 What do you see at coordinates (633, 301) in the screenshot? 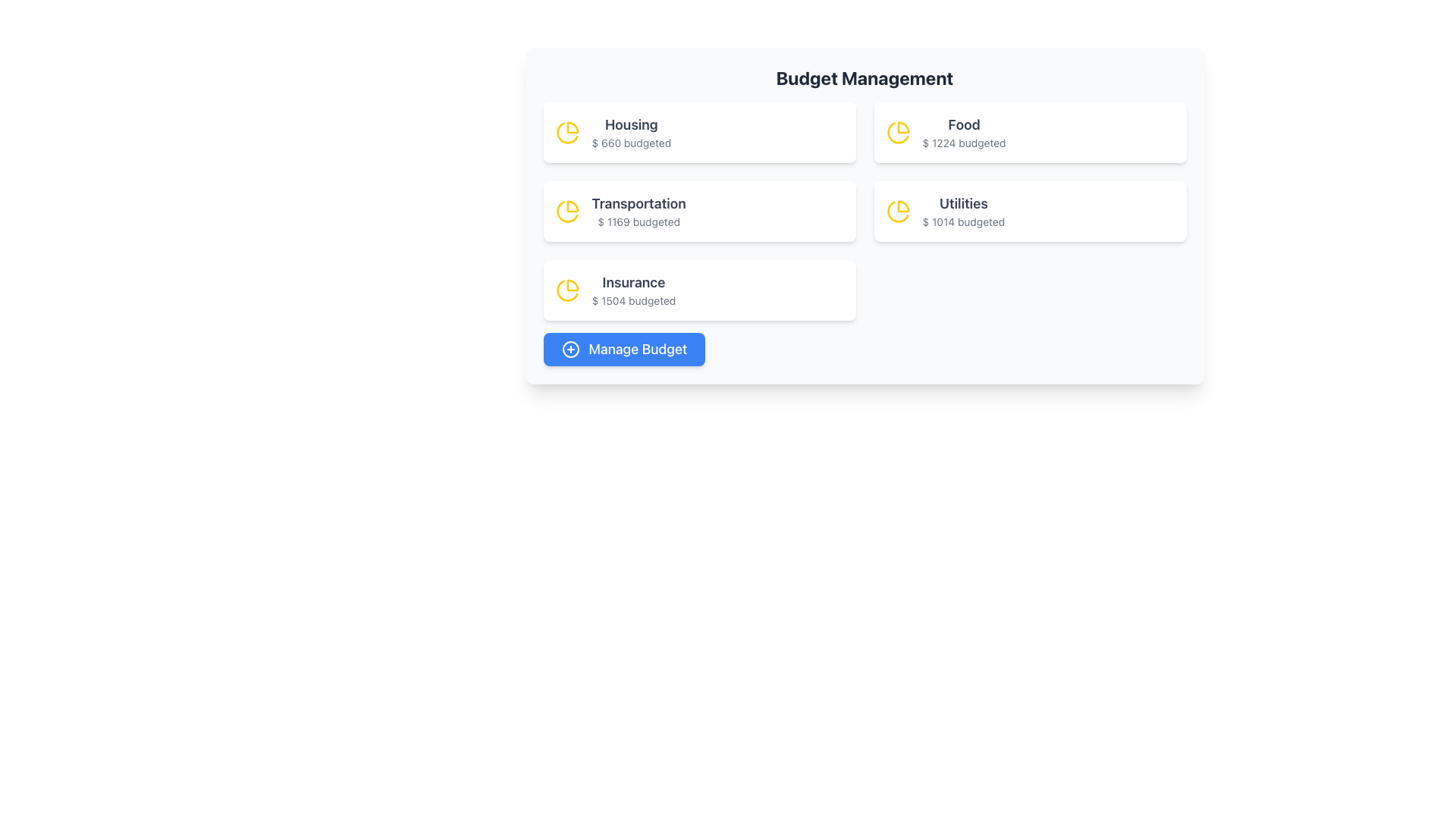
I see `the text label displaying '$1504 budgeted' located below the 'Insurance' heading within the card titled 'Insurance'` at bounding box center [633, 301].